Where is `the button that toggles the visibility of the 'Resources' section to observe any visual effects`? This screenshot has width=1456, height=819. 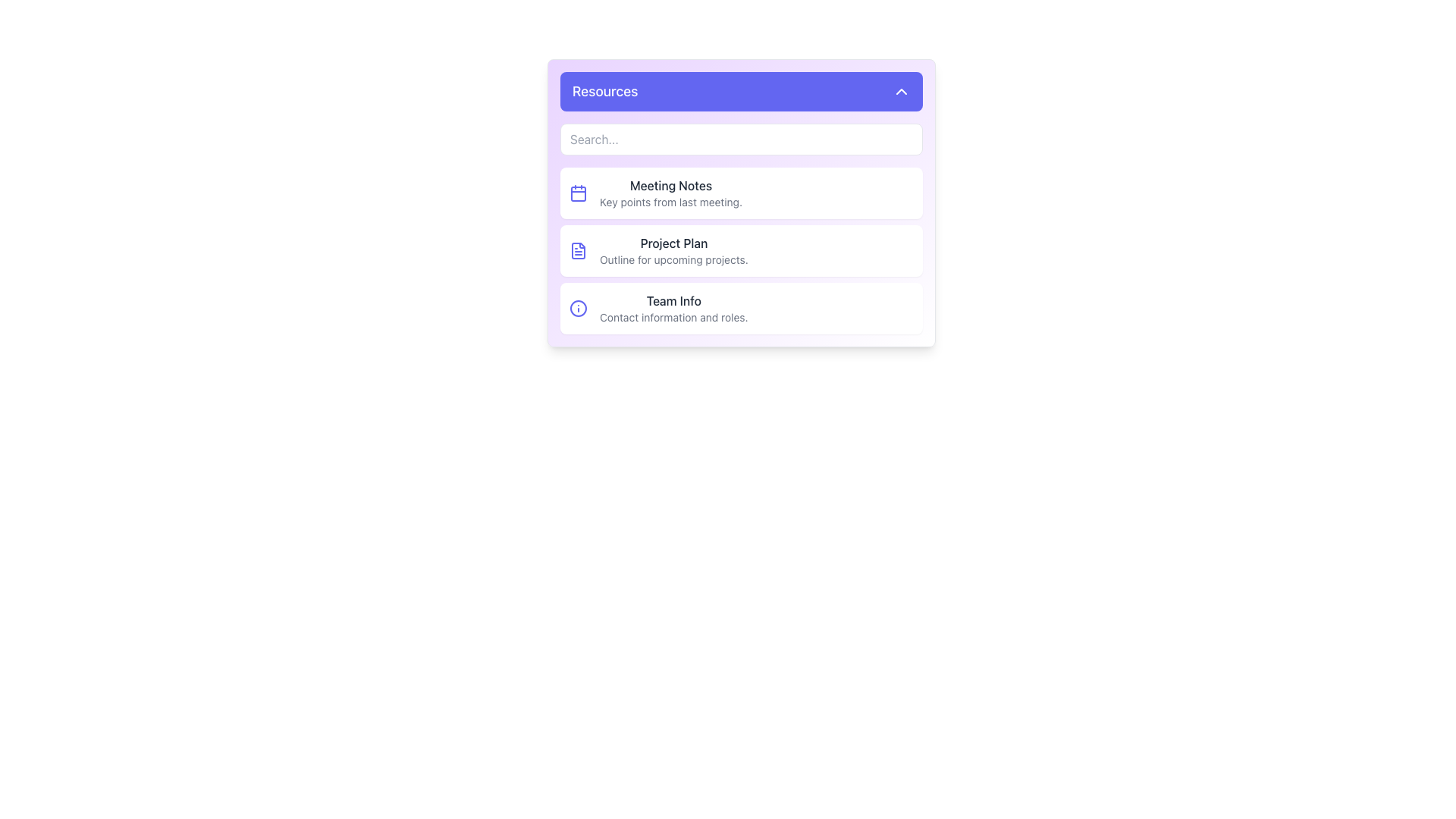 the button that toggles the visibility of the 'Resources' section to observe any visual effects is located at coordinates (742, 91).